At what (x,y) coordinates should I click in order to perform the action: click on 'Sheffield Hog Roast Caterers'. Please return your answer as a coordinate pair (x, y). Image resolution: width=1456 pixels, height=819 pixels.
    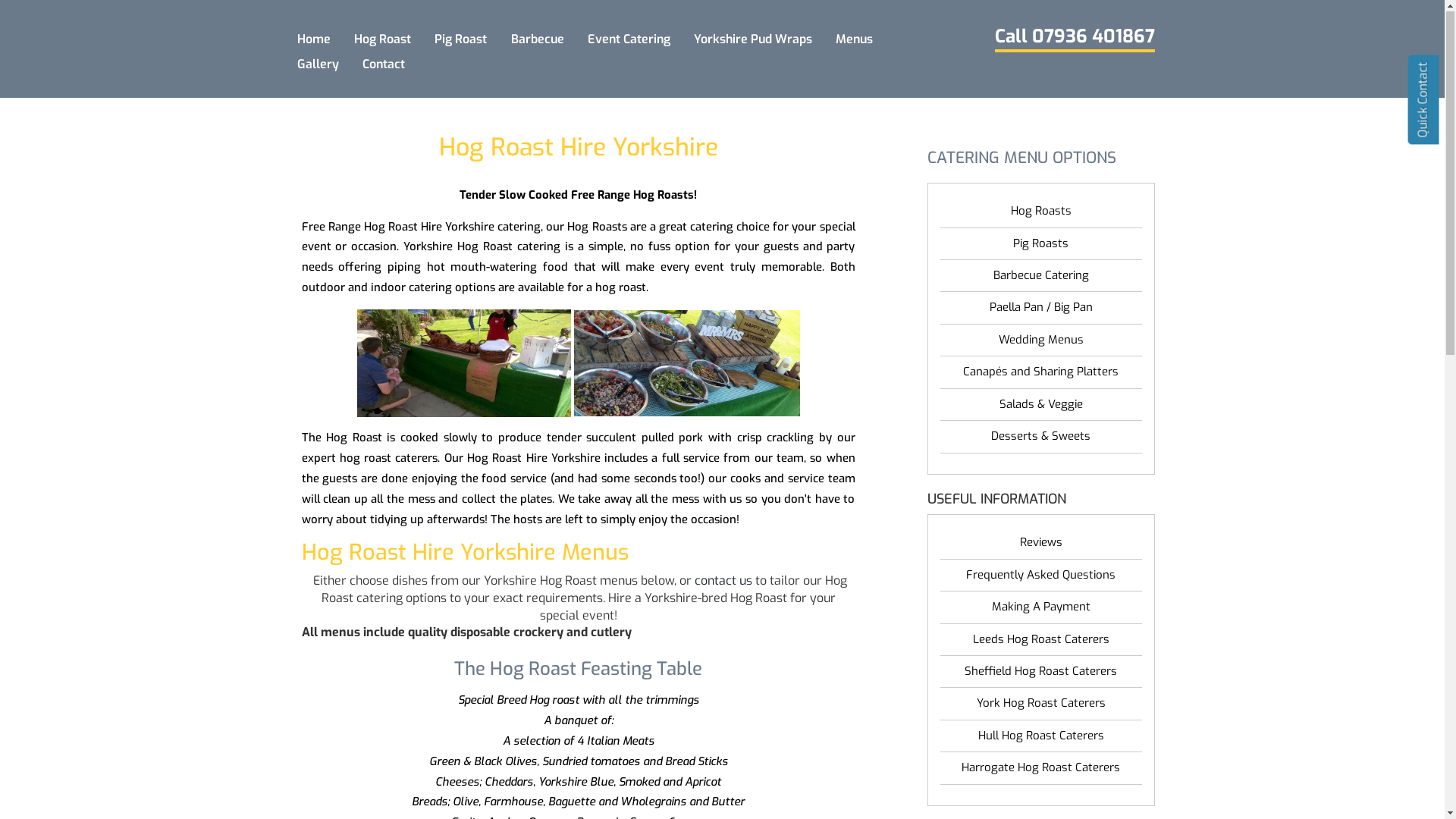
    Looking at the image, I should click on (1040, 671).